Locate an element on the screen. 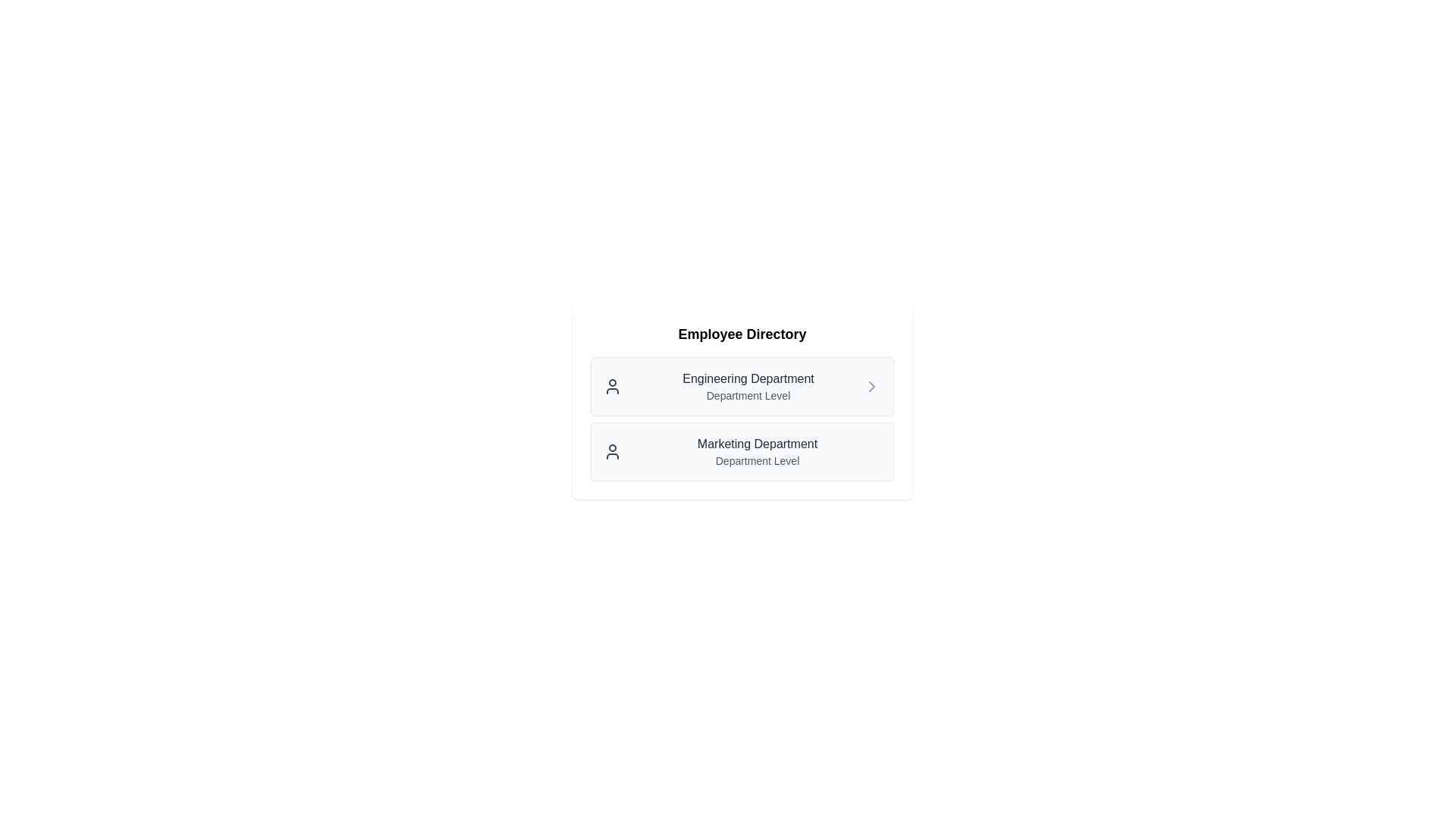 This screenshot has width=1456, height=819. the interactive icon on the far-right side of the 'Engineering Department' entry in the 'Employee Directory' is located at coordinates (872, 385).